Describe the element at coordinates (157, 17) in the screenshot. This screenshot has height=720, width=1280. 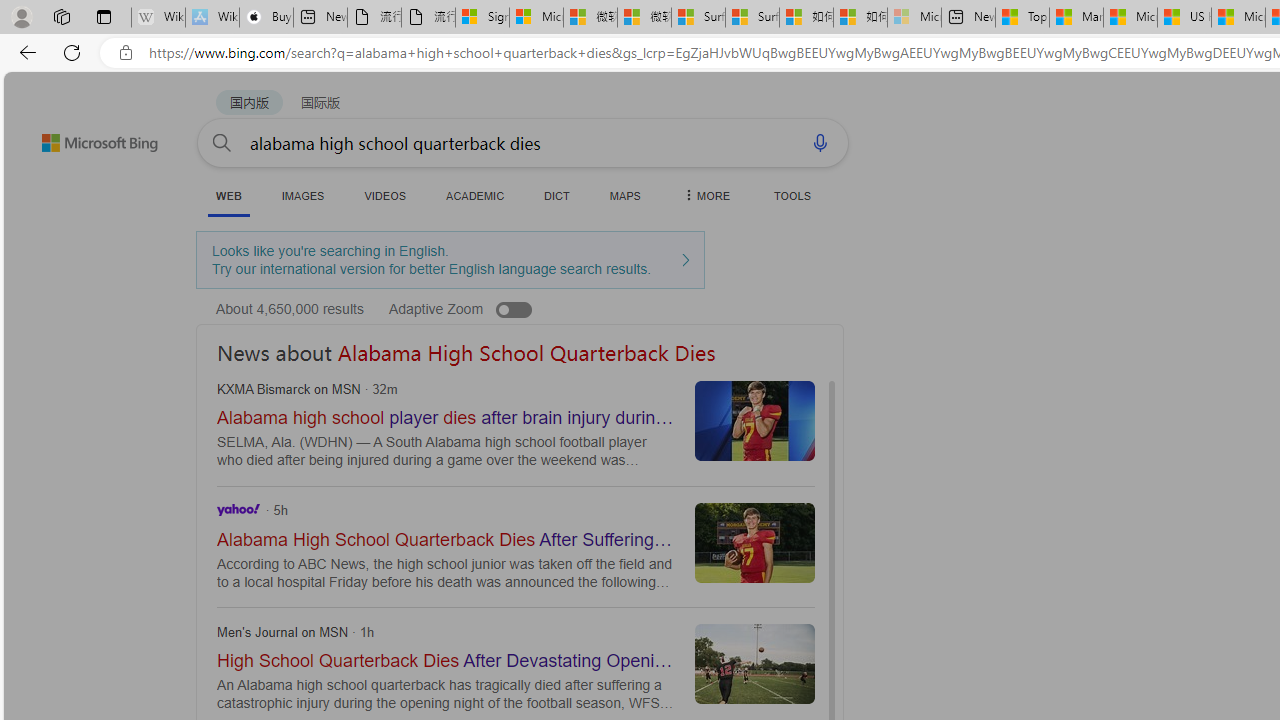
I see `'Wikipedia - Sleeping'` at that location.